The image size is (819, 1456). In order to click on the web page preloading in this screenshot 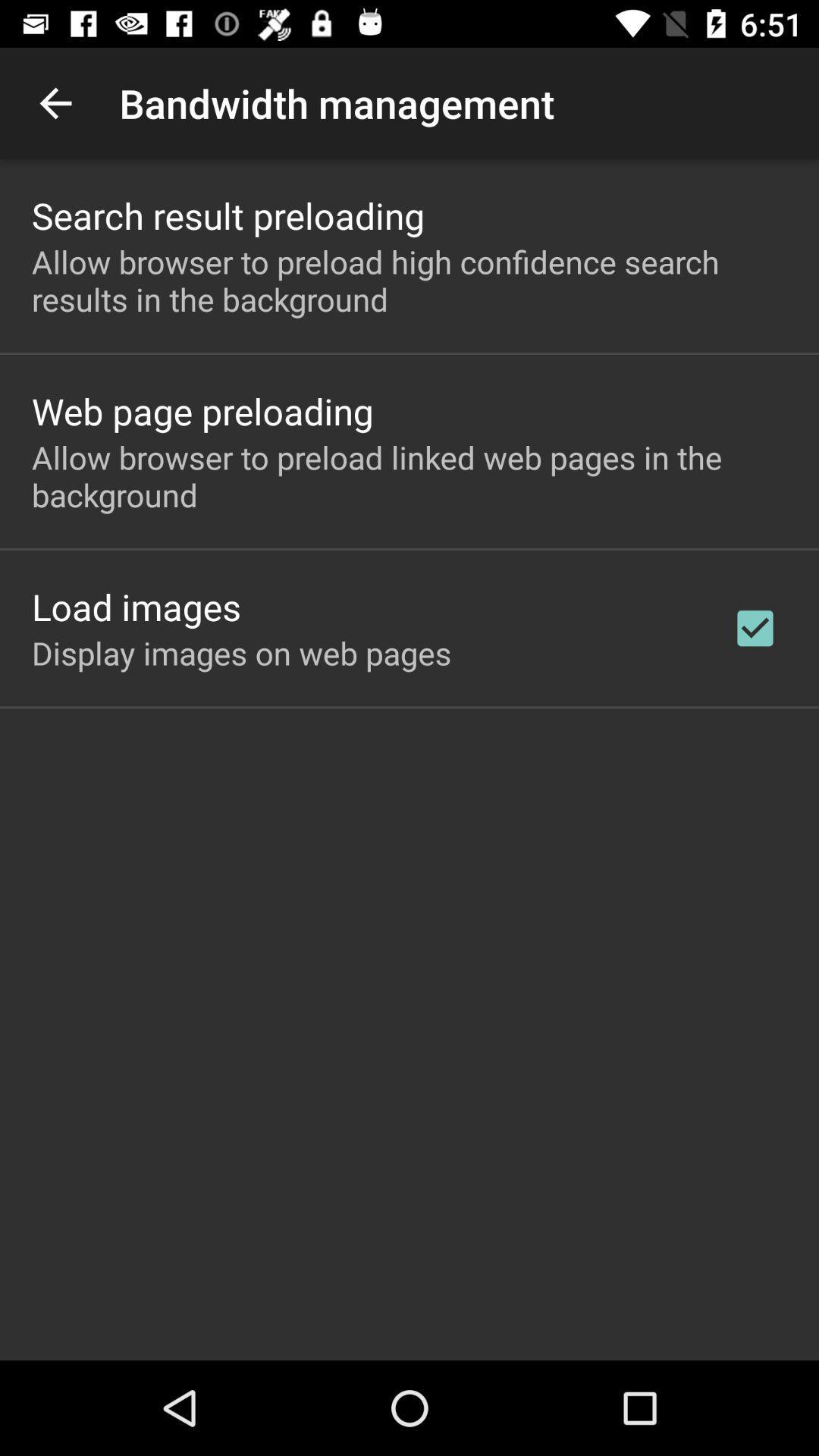, I will do `click(202, 411)`.